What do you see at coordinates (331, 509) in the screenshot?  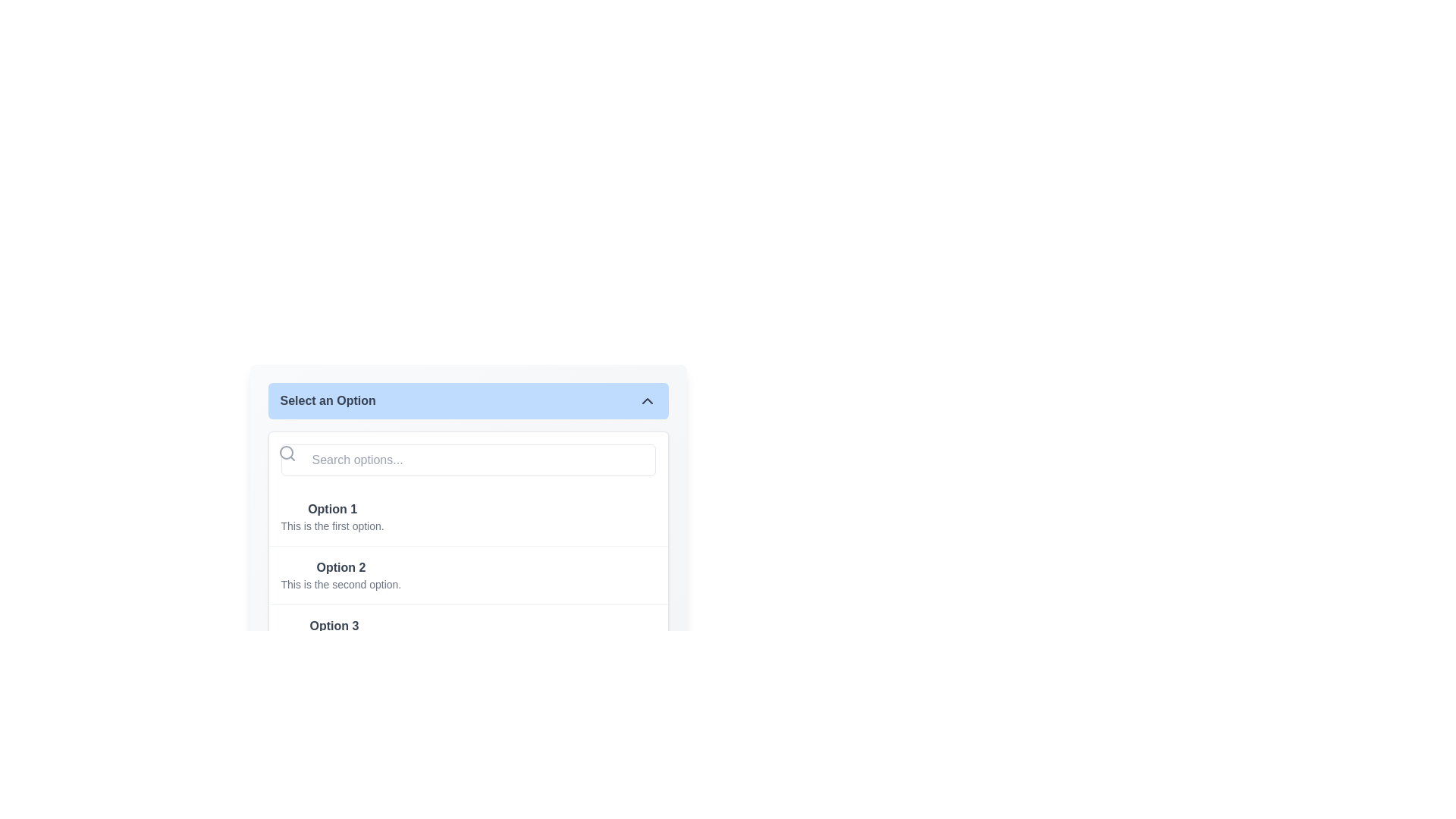 I see `the text label 'Option 1', which is styled in a bold gray font and serves as a heading for the associated description 'This is the first option'` at bounding box center [331, 509].